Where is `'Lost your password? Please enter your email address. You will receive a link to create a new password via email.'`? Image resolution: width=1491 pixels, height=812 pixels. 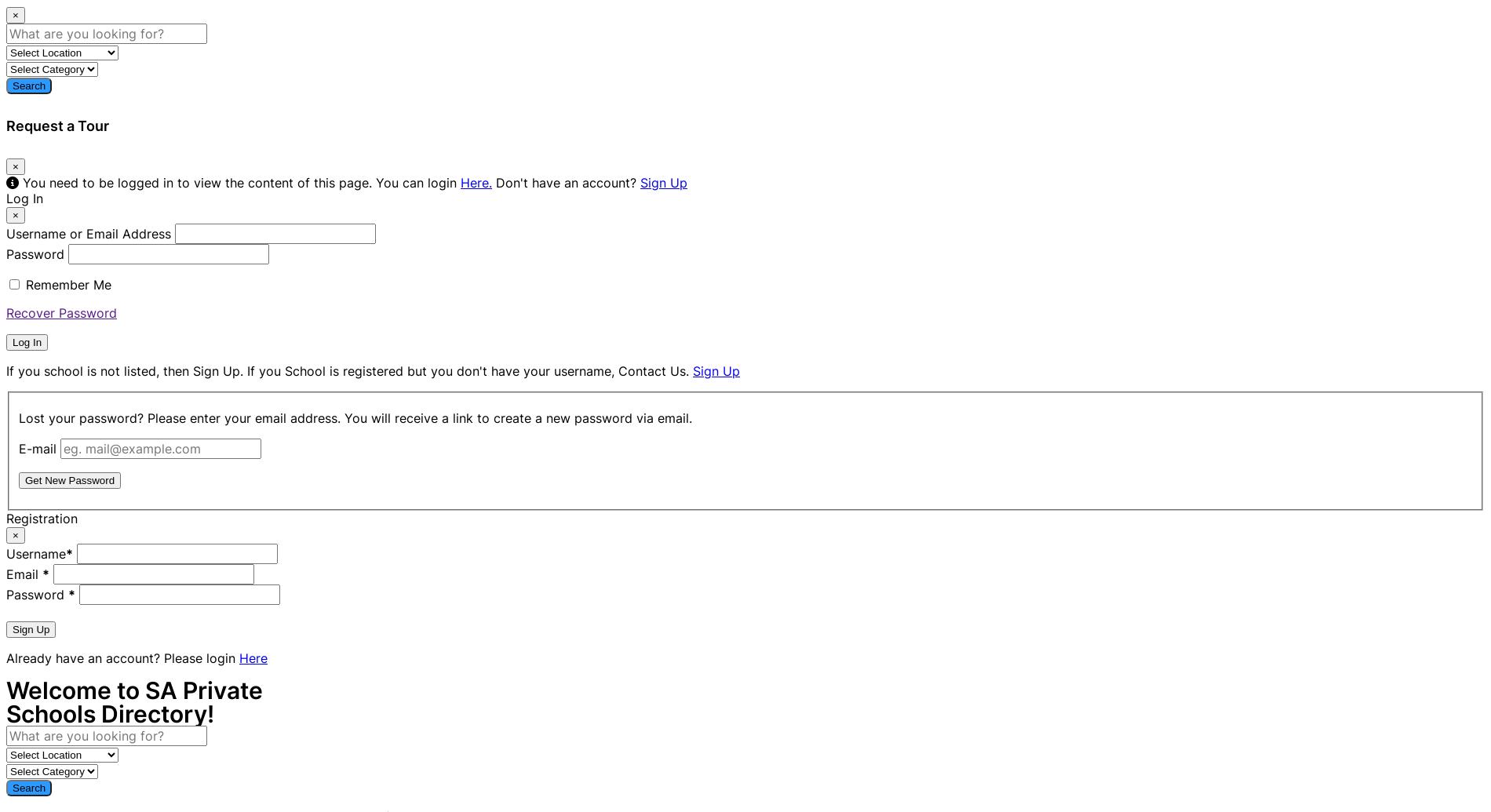 'Lost your password? Please enter your email address. You will receive a link to create a new password via email.' is located at coordinates (18, 416).